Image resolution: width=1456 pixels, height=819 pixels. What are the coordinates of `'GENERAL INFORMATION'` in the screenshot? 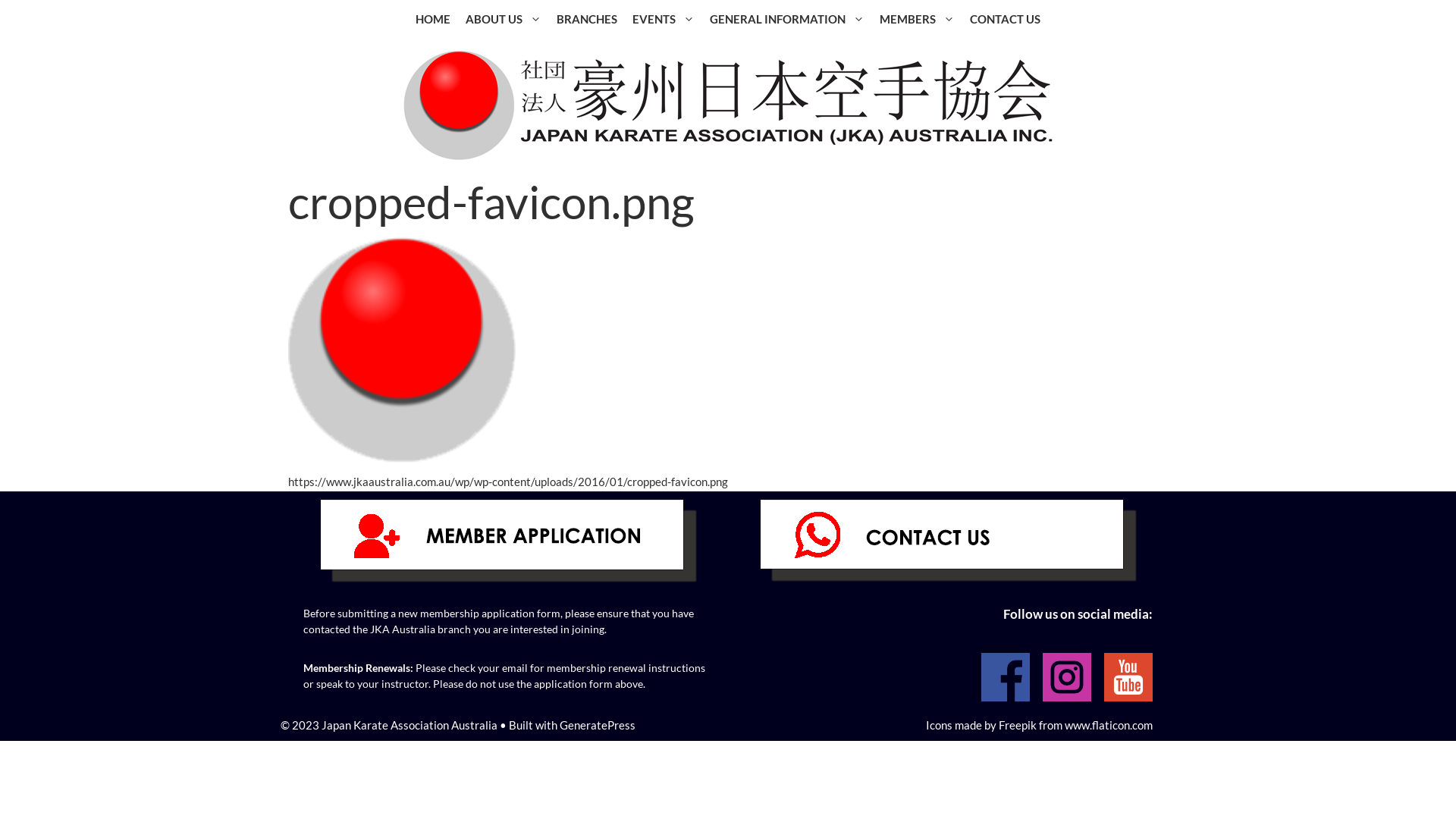 It's located at (786, 18).